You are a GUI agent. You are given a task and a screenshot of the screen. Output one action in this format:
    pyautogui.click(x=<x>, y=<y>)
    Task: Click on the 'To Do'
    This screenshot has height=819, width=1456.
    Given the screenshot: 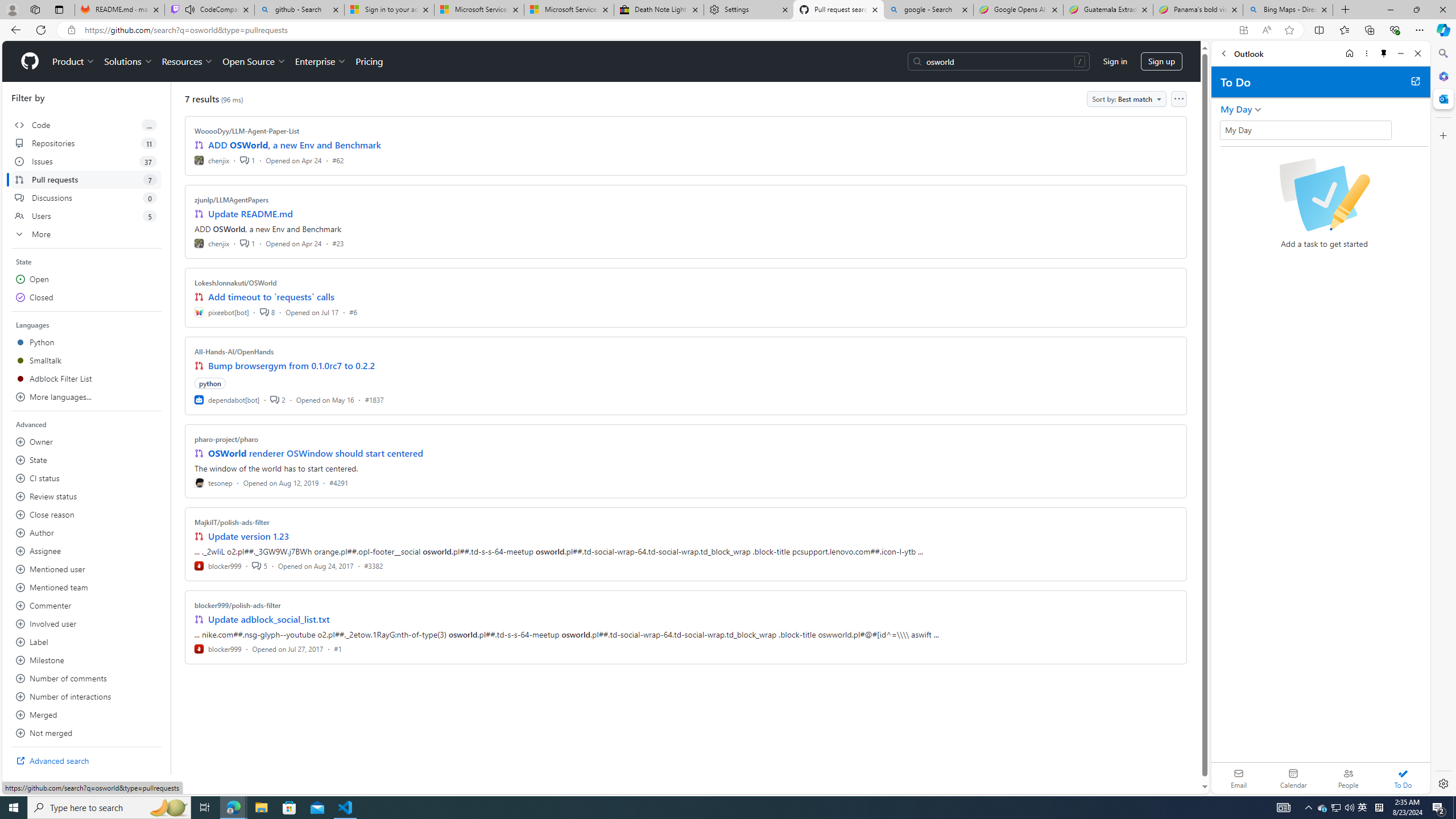 What is the action you would take?
    pyautogui.click(x=1403, y=777)
    